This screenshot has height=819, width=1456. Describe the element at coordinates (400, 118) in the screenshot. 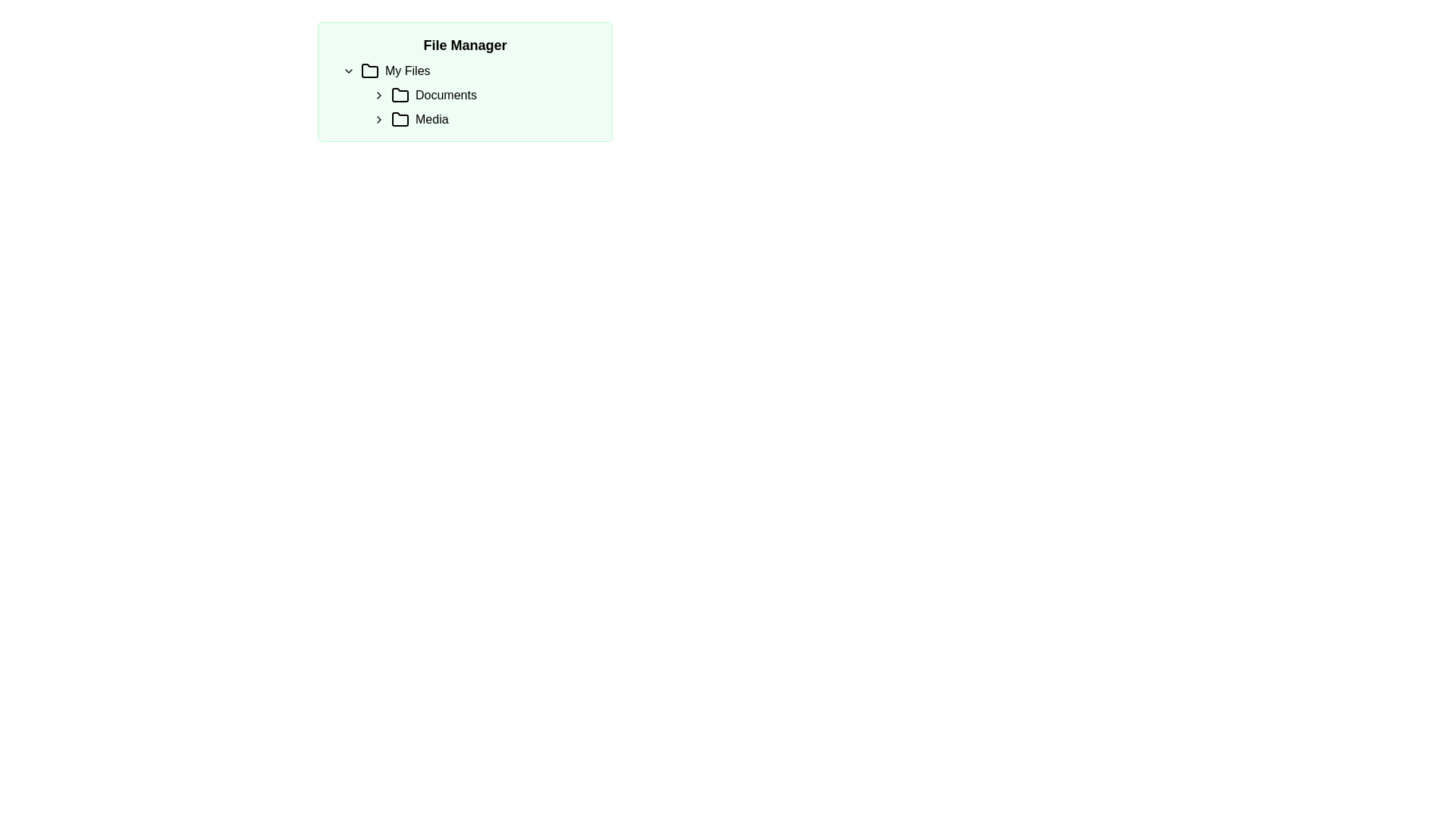

I see `the folder icon representing 'Media' in the directory tree structure` at that location.